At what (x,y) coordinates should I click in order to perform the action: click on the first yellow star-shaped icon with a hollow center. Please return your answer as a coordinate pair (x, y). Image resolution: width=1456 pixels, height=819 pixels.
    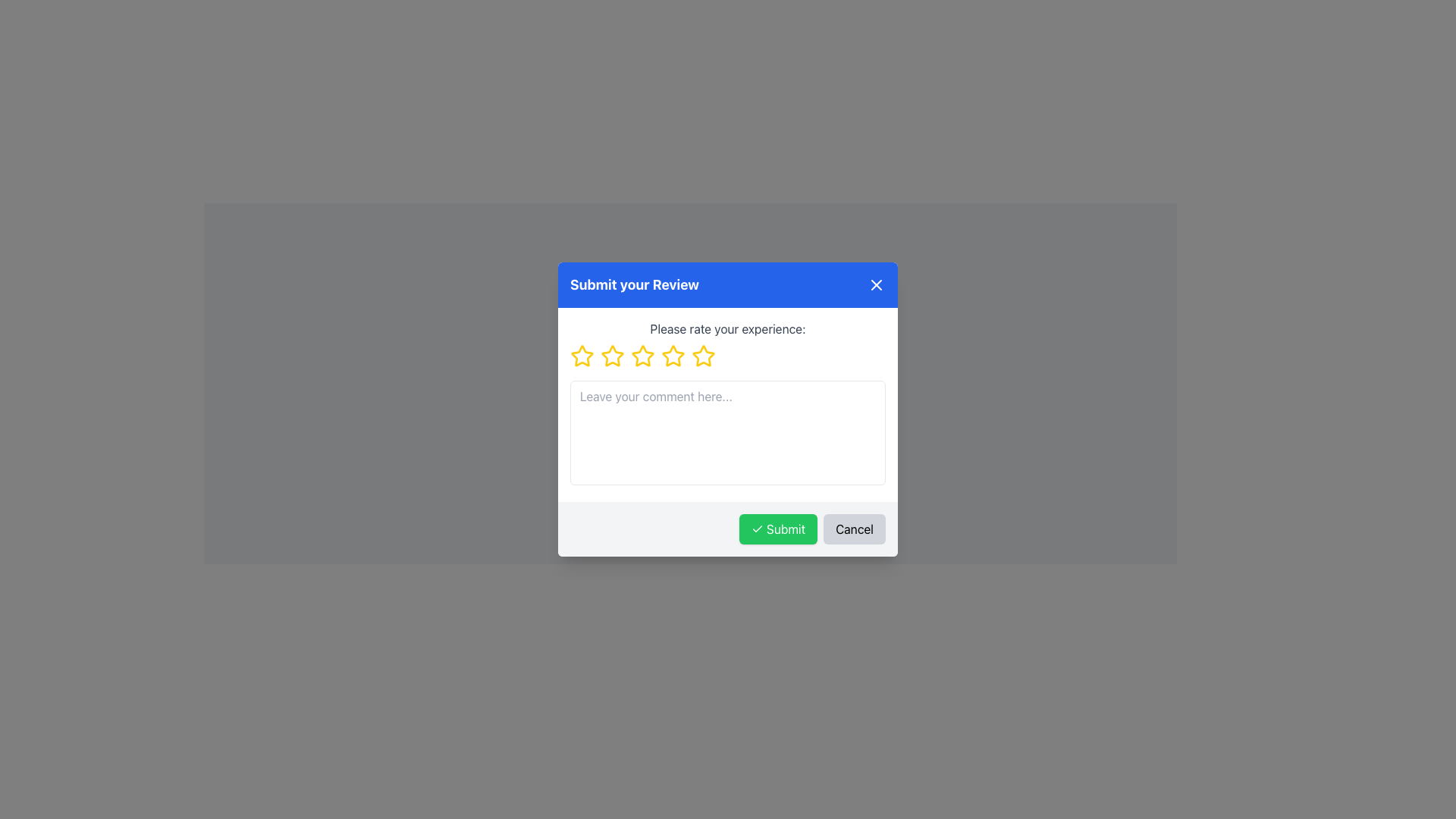
    Looking at the image, I should click on (581, 356).